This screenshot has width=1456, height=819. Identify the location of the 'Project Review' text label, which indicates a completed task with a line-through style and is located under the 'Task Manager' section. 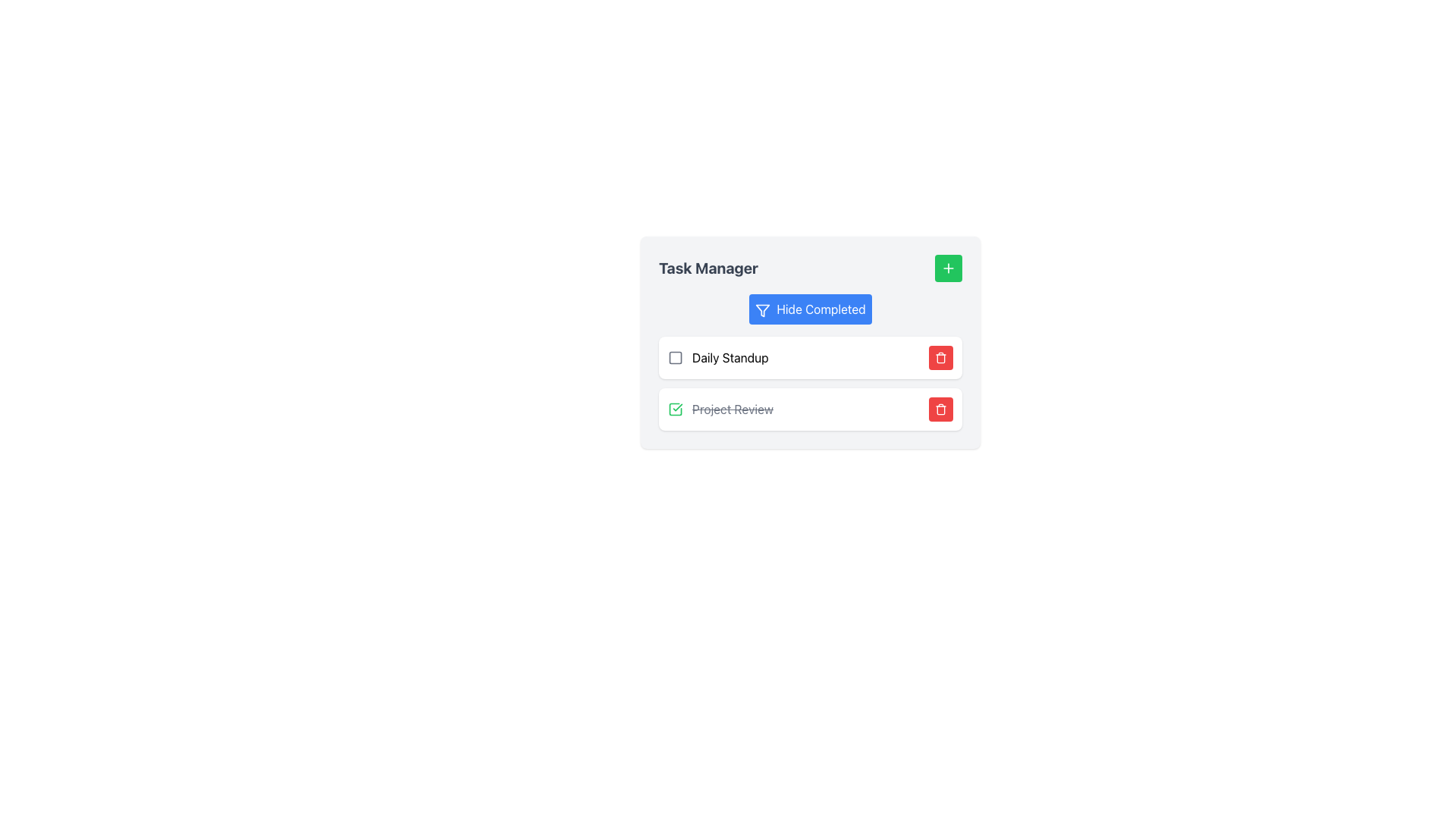
(733, 409).